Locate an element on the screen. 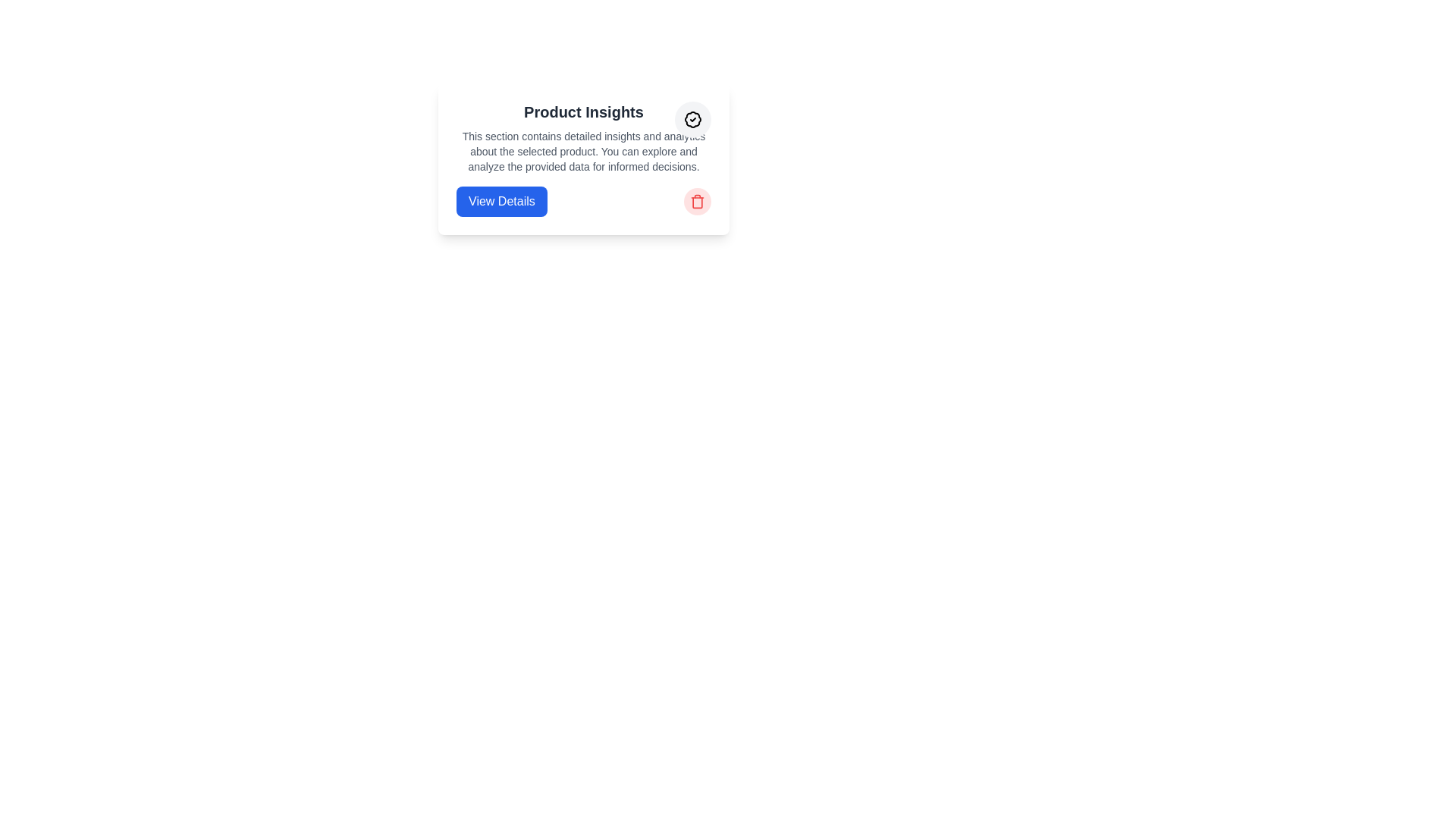  the red-colored trash bin icon located within the bottom-right section of a rectangular card interface is located at coordinates (697, 201).